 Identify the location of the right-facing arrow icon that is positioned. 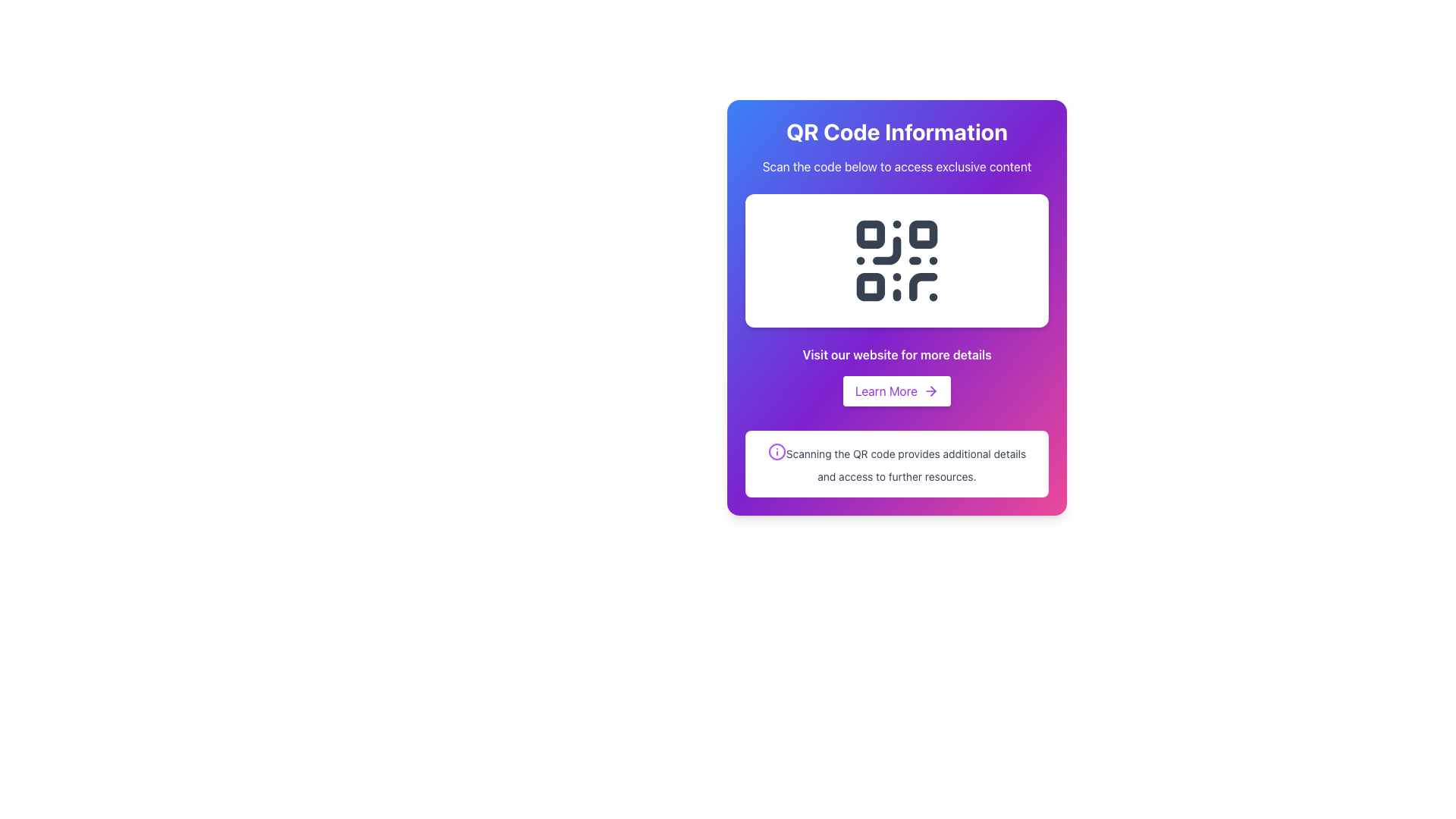
(930, 391).